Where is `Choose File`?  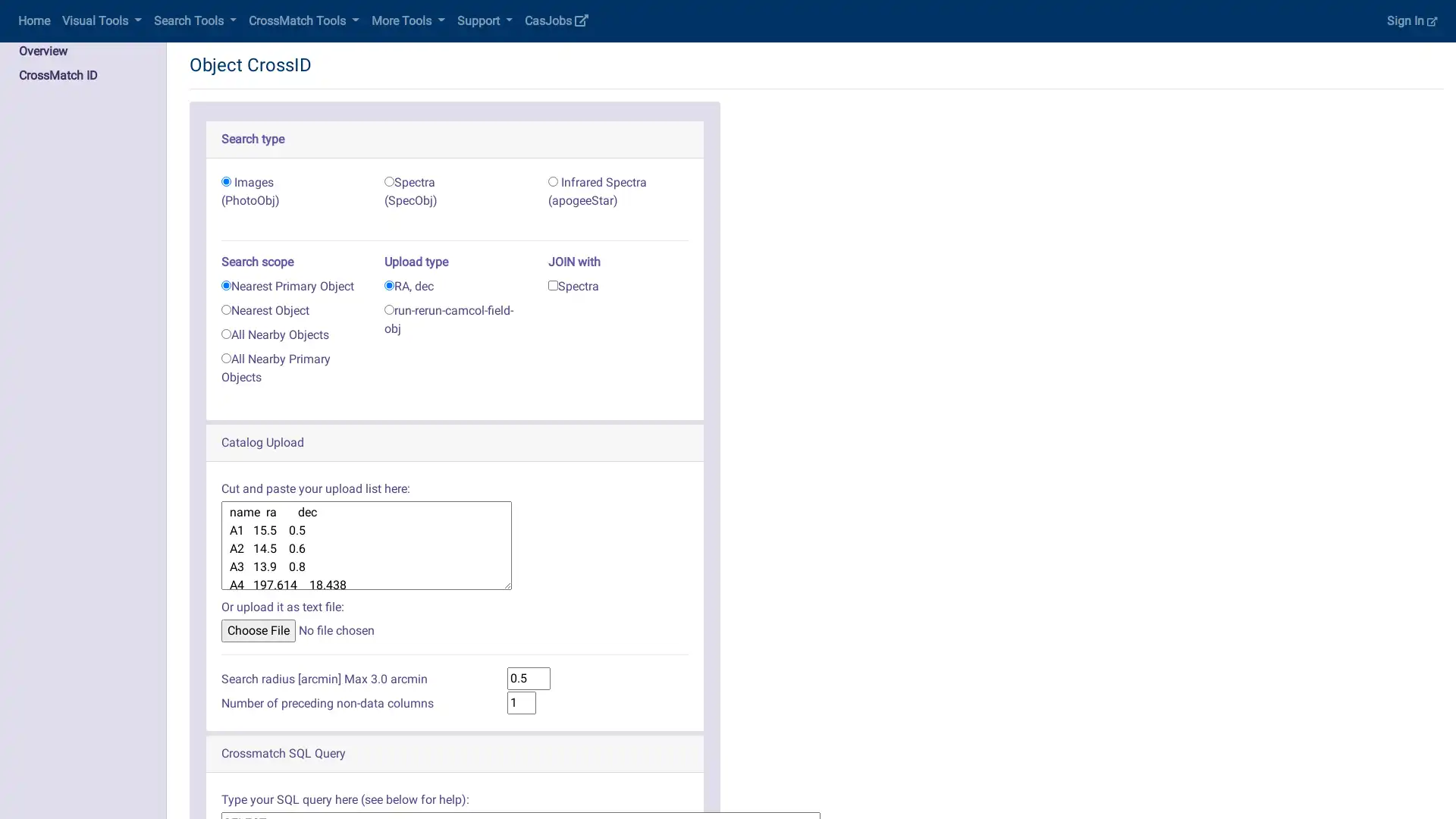 Choose File is located at coordinates (258, 629).